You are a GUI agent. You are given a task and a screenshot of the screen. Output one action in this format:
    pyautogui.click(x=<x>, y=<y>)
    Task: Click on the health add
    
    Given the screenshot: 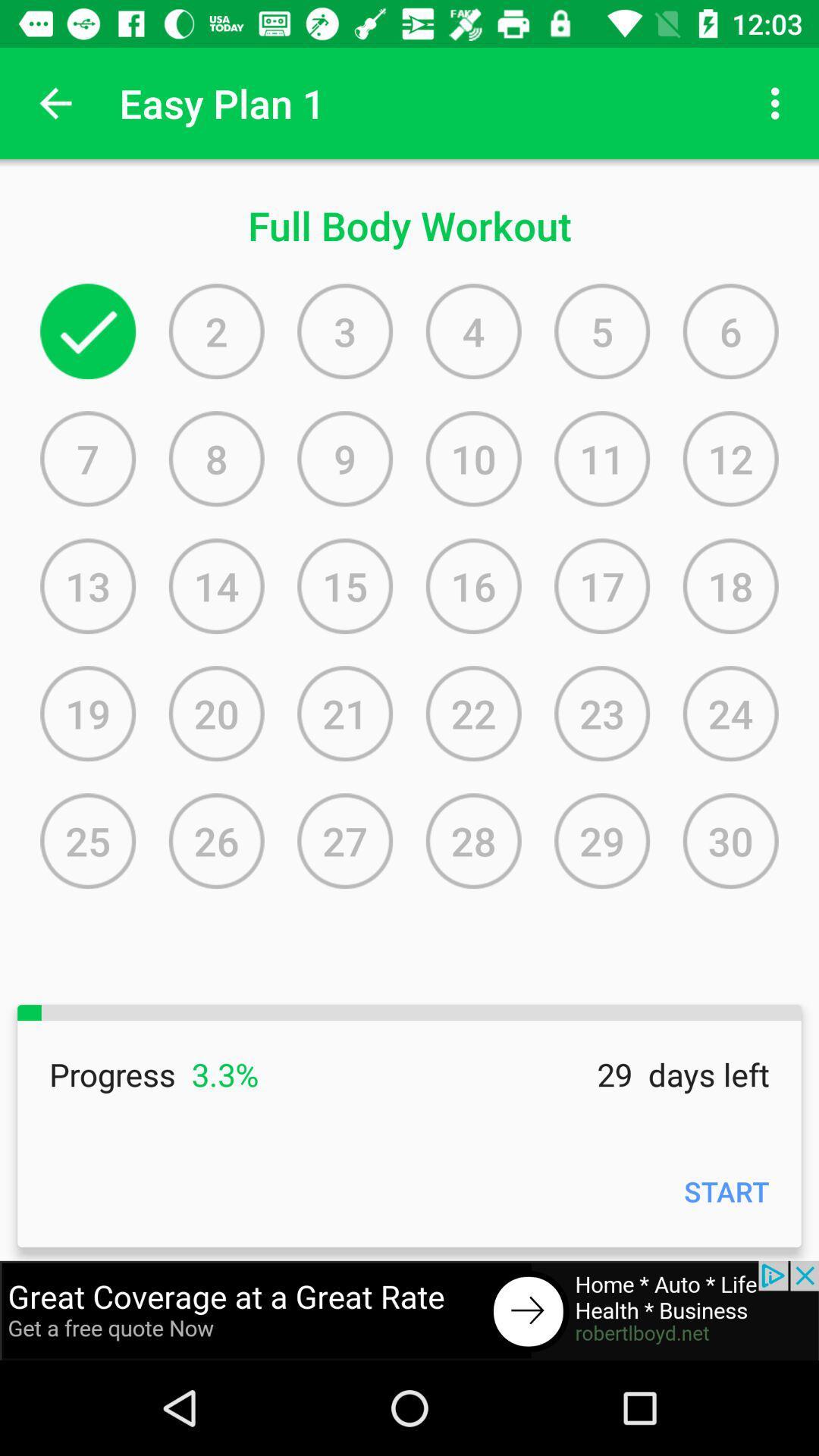 What is the action you would take?
    pyautogui.click(x=409, y=1310)
    